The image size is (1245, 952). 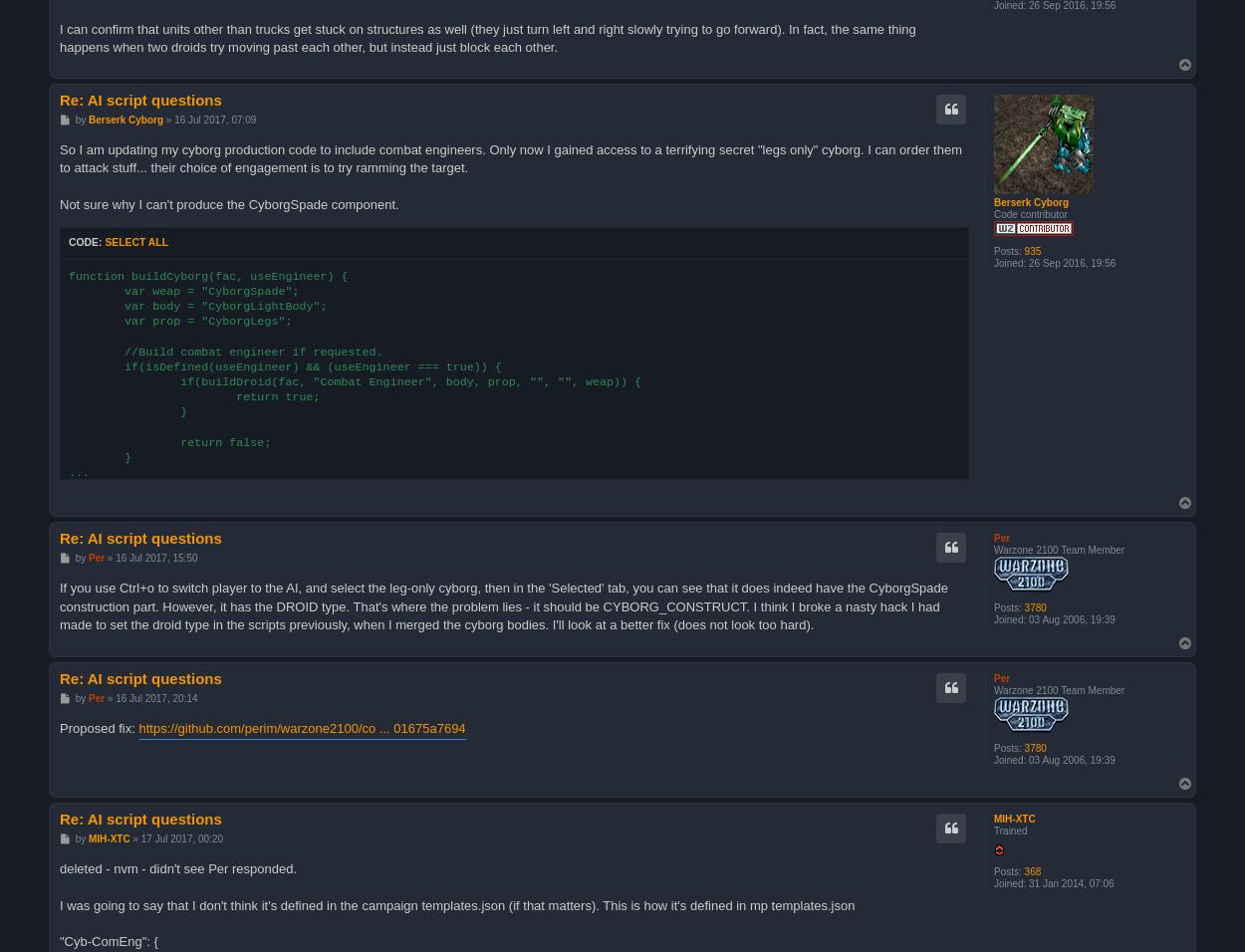 What do you see at coordinates (354, 373) in the screenshot?
I see `'function buildCyborg(fac, useEngineer) {
	var weap = "CyborgSpade";
	var body = "CyborgLightBody";
	var prop = "CyborgLegs";

	//Build combat engineer if requested.
	if(isDefined(useEngineer) && (useEngineer === true)) {
		if(buildDroid(fac, "Combat Engineer", body, prop, "", "", weap)) {
			return true;
		}

		return false;
	}
...'` at bounding box center [354, 373].